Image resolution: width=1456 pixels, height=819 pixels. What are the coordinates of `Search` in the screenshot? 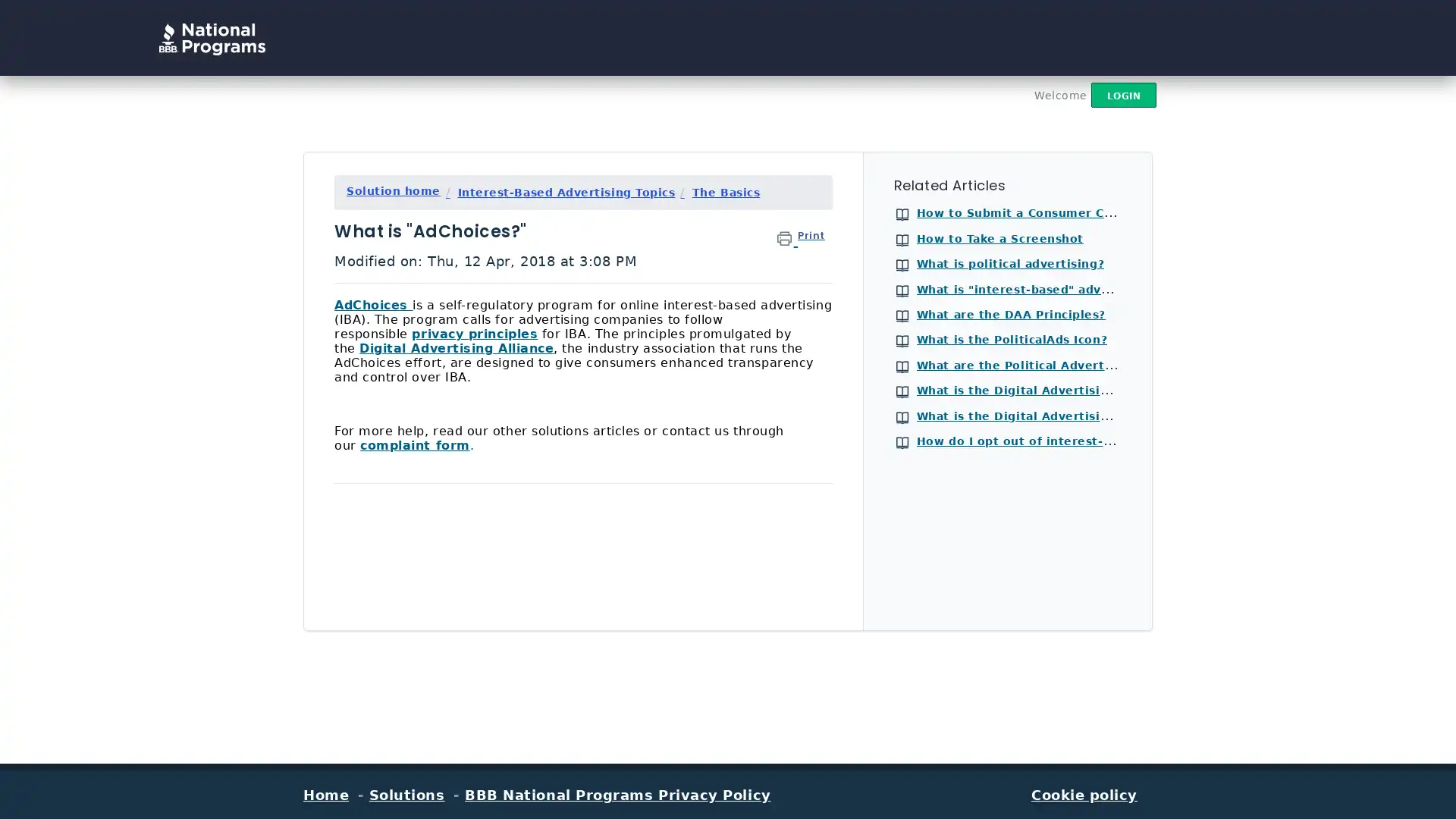 It's located at (334, 57).